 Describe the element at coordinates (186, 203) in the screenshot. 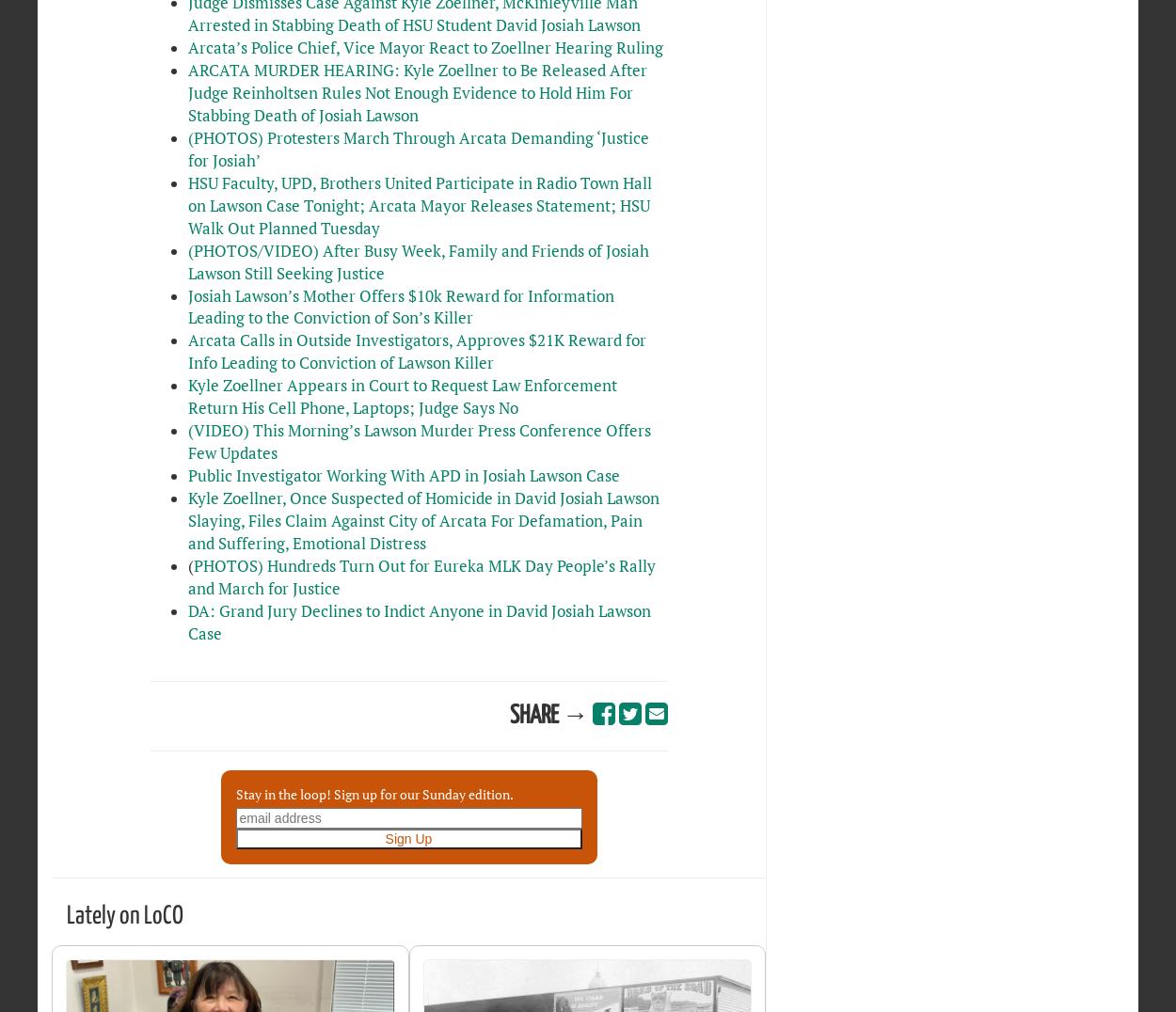

I see `'HSU Faculty, UPD, Brothers United Participate in Radio Town Hall on Lawson Case Tonight; Arcata Mayor Releases Statement; HSU Walk Out Planned Tuesday'` at that location.